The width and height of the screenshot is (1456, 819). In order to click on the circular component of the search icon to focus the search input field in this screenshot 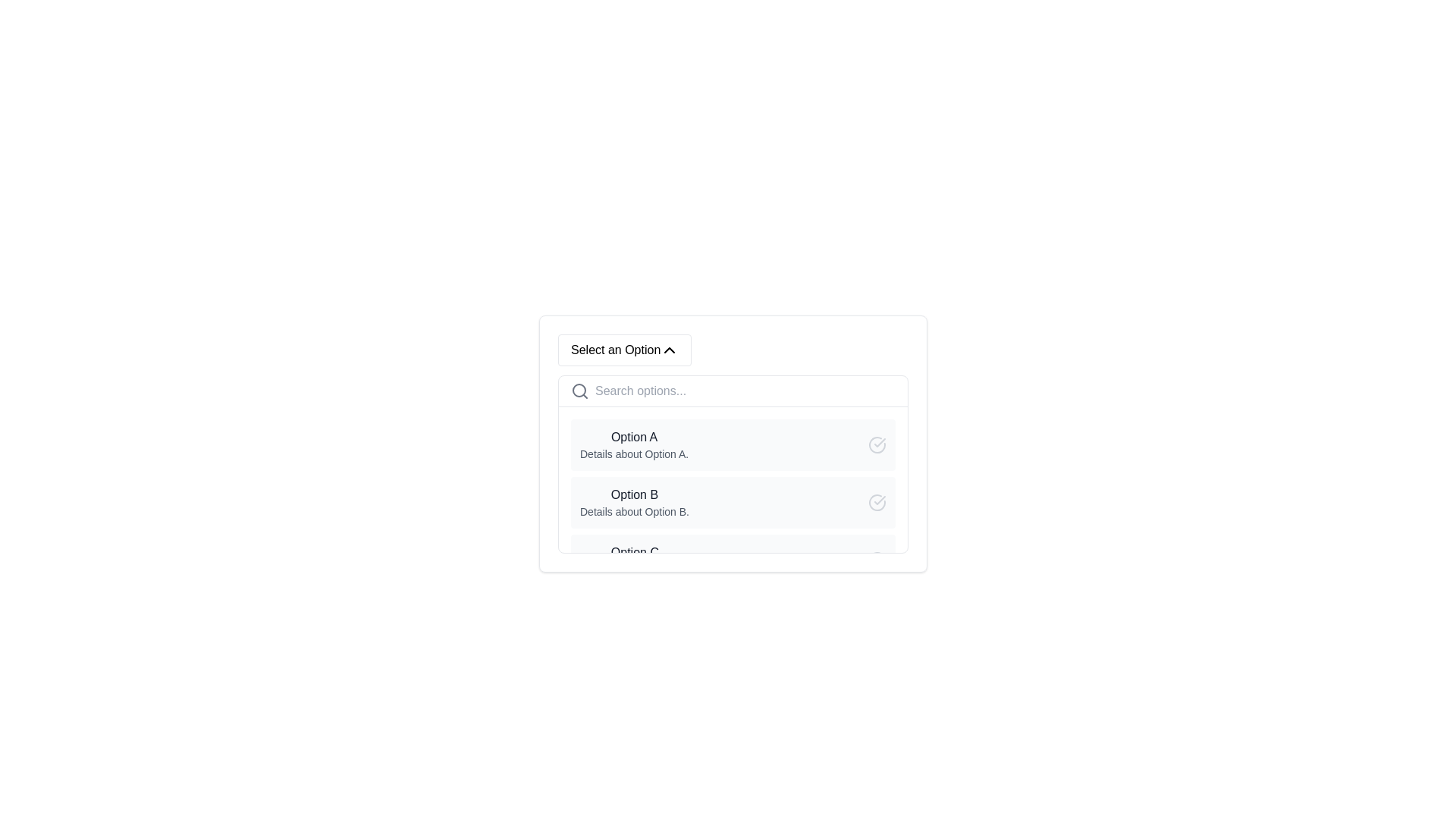, I will do `click(578, 390)`.